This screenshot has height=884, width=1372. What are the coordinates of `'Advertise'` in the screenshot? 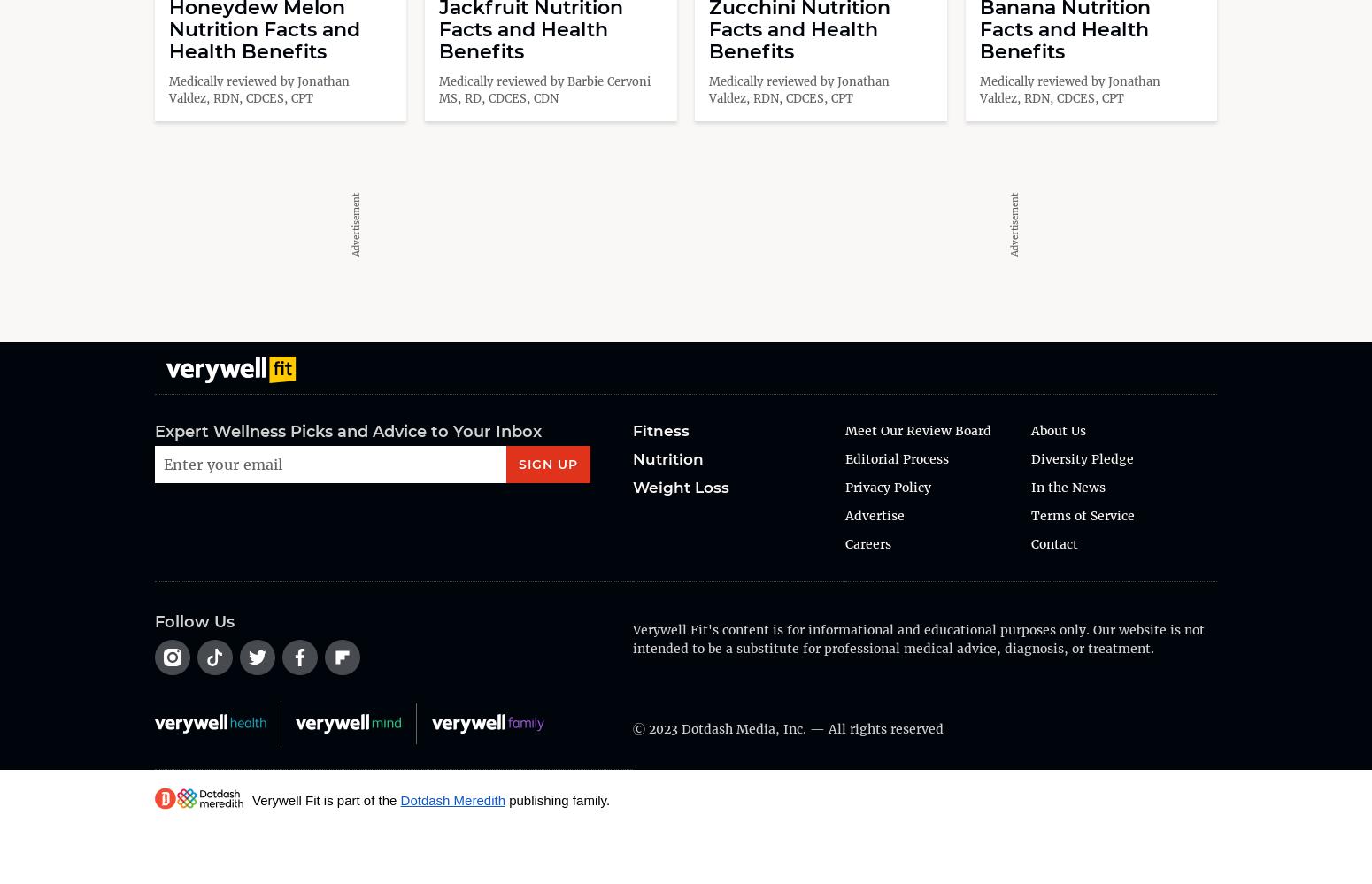 It's located at (874, 515).